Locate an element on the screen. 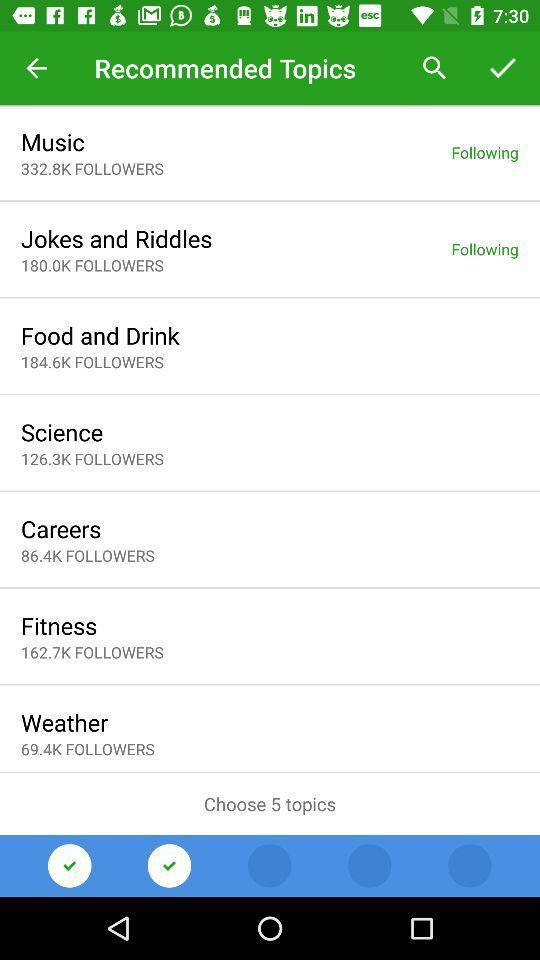  icon to the left of the recommended topics is located at coordinates (36, 68).